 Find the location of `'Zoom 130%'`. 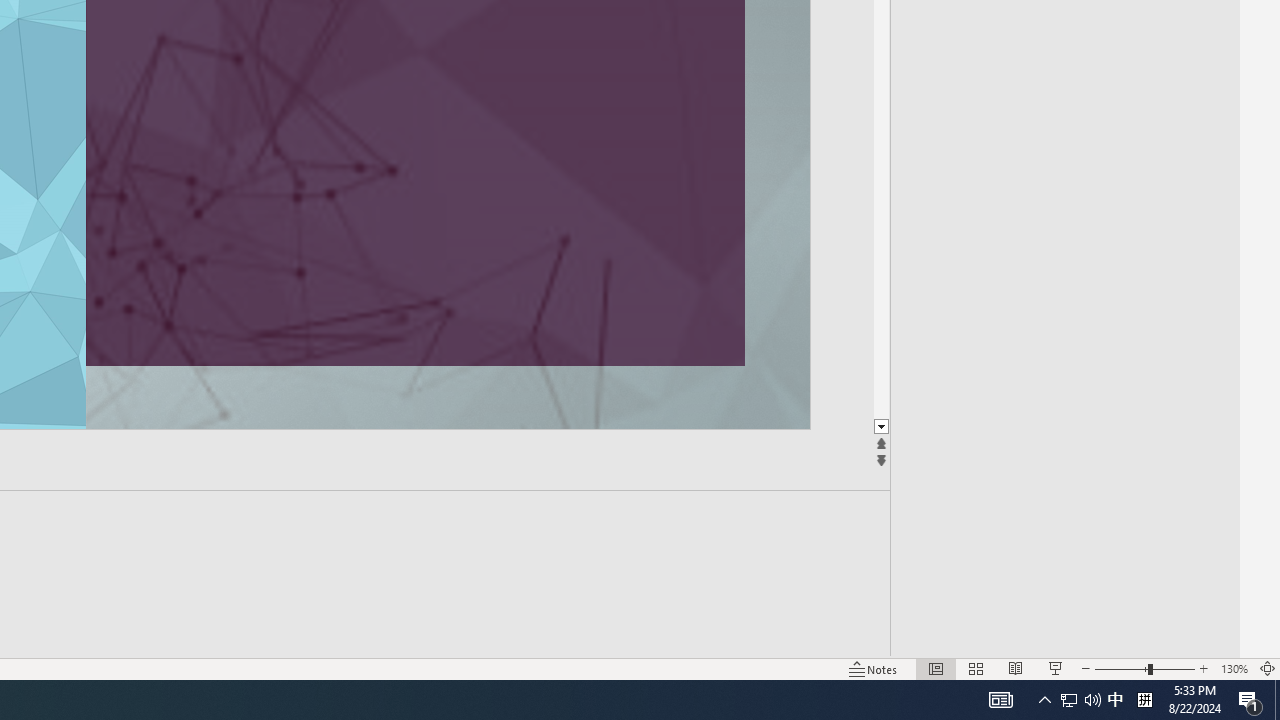

'Zoom 130%' is located at coordinates (1233, 669).